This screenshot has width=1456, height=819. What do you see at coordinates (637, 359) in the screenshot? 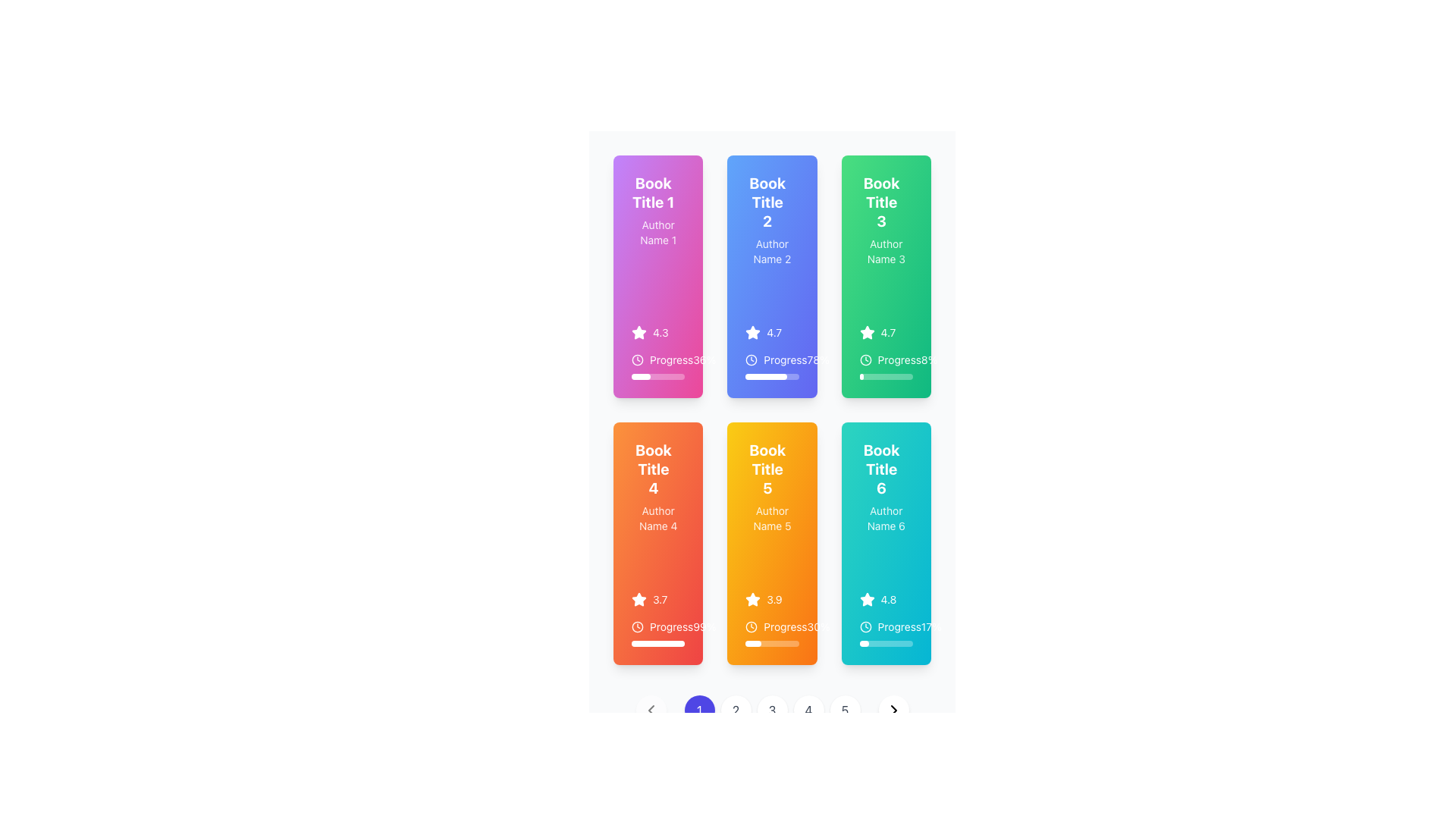
I see `SVG circle element, which is a circular component with a diameter of 20 pixels and styled with a 2-pixel-wide stroke, located at the center of the clock icon in the second column of UI cards in the second row` at bounding box center [637, 359].